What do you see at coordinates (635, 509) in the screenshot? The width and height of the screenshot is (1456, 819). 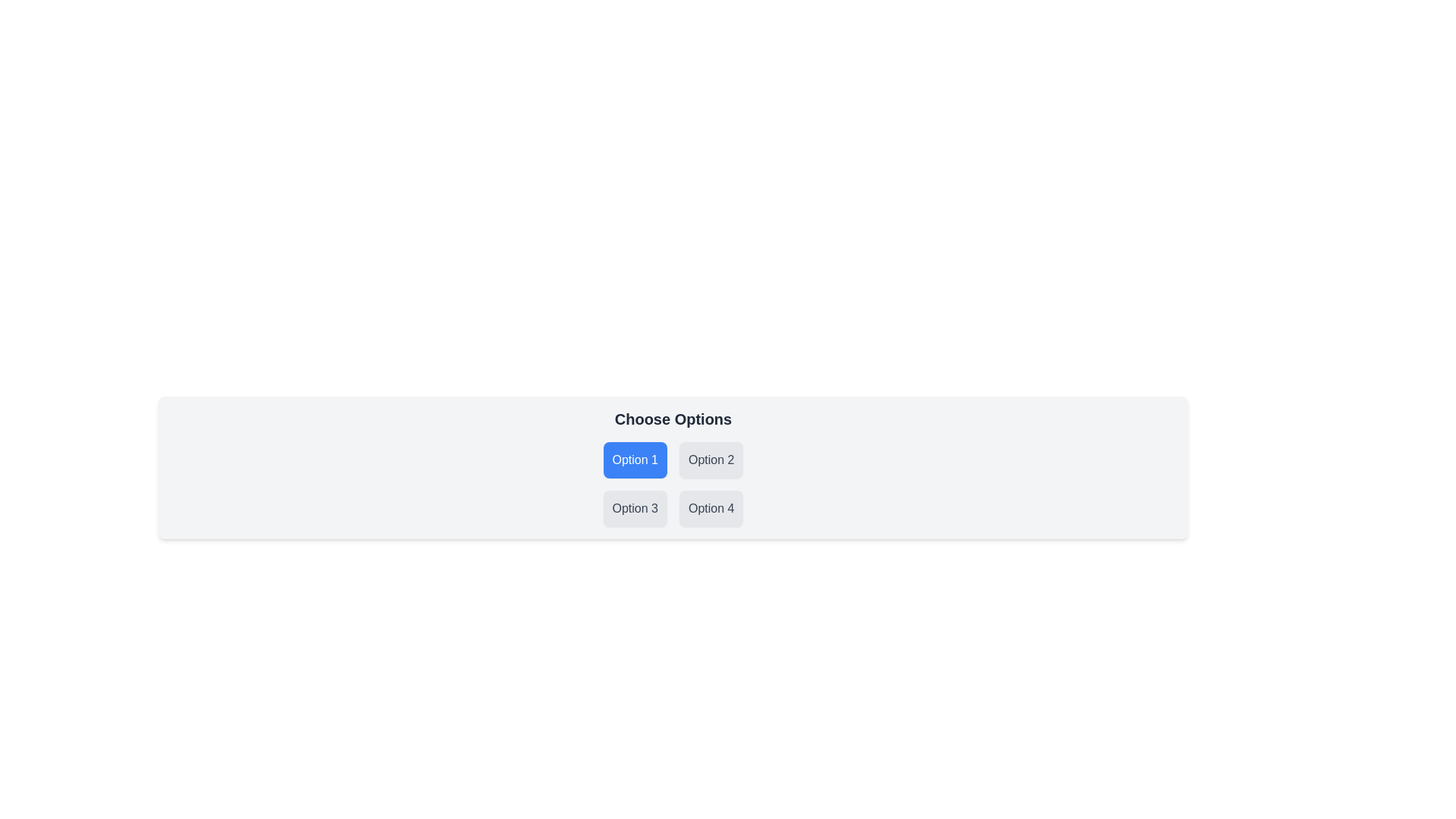 I see `the button labeled 'Option 3' located at the bottom-left corner of the button grid` at bounding box center [635, 509].